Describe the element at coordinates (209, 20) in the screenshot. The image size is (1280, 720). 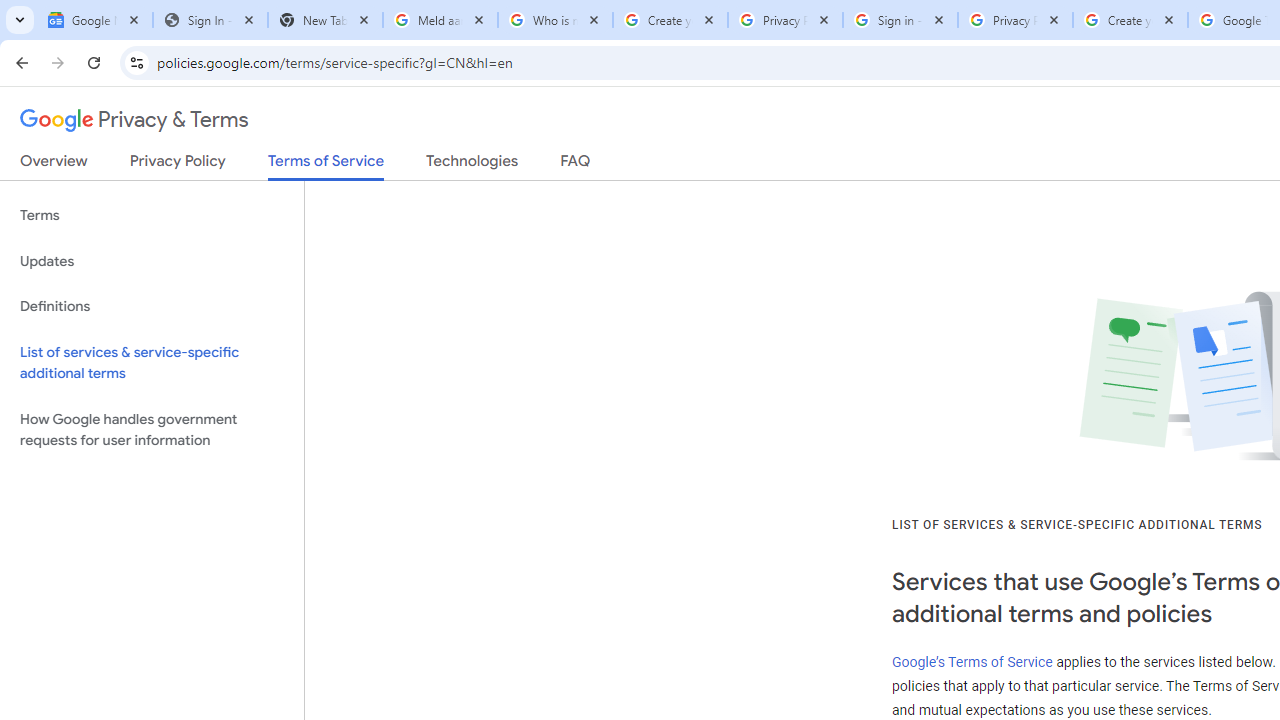
I see `'Sign In - USA TODAY'` at that location.